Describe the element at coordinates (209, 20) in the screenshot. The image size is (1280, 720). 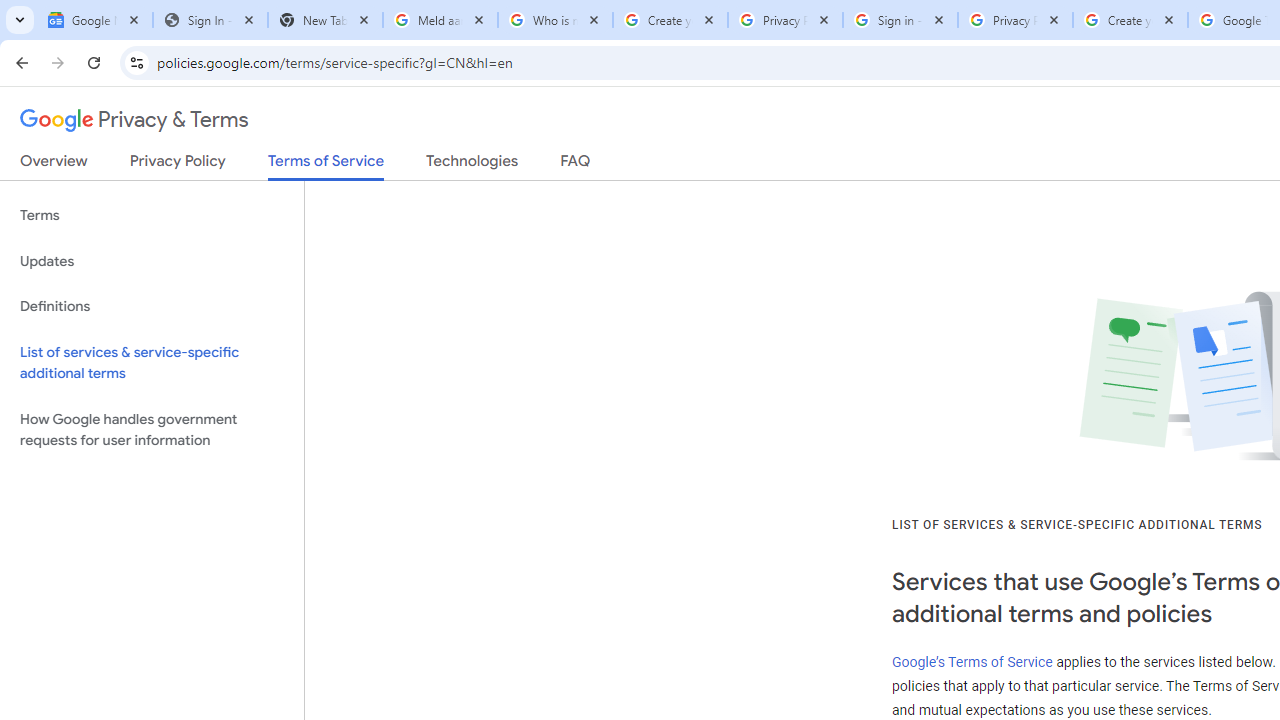
I see `'Sign In - USA TODAY'` at that location.